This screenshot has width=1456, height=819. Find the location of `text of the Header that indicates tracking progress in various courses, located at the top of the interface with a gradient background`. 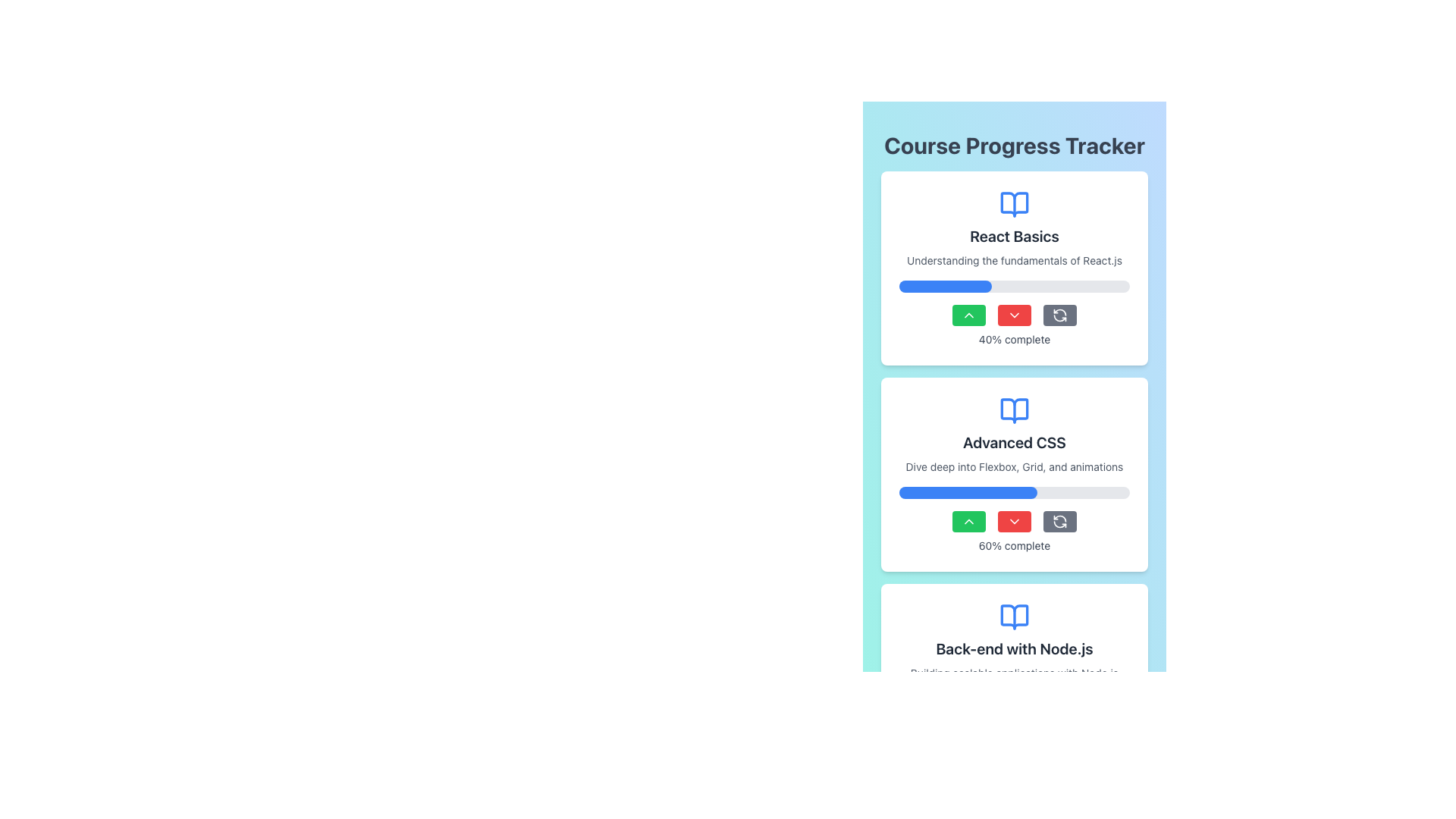

text of the Header that indicates tracking progress in various courses, located at the top of the interface with a gradient background is located at coordinates (1015, 146).